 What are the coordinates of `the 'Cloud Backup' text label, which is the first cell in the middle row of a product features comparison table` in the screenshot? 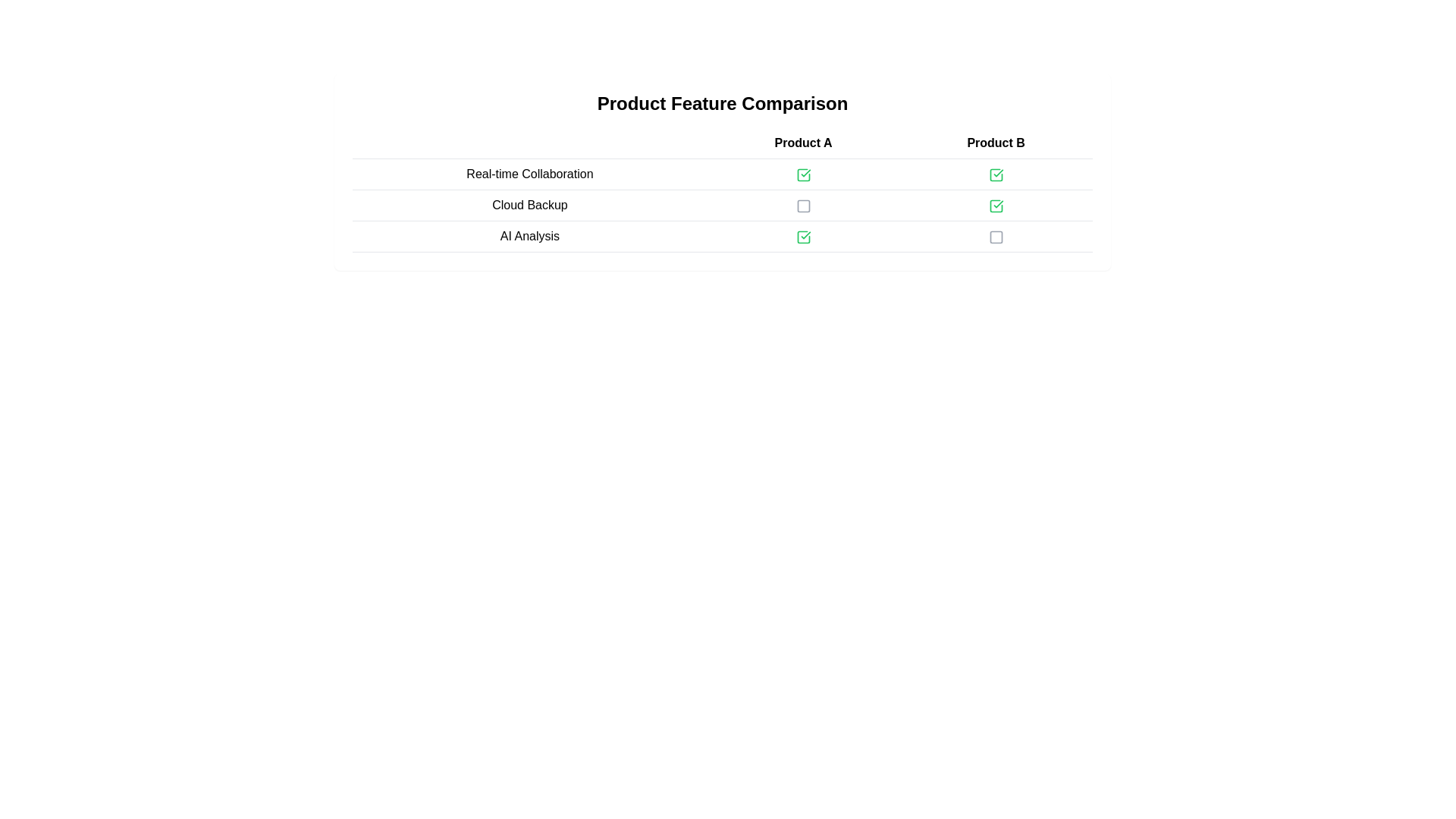 It's located at (529, 205).